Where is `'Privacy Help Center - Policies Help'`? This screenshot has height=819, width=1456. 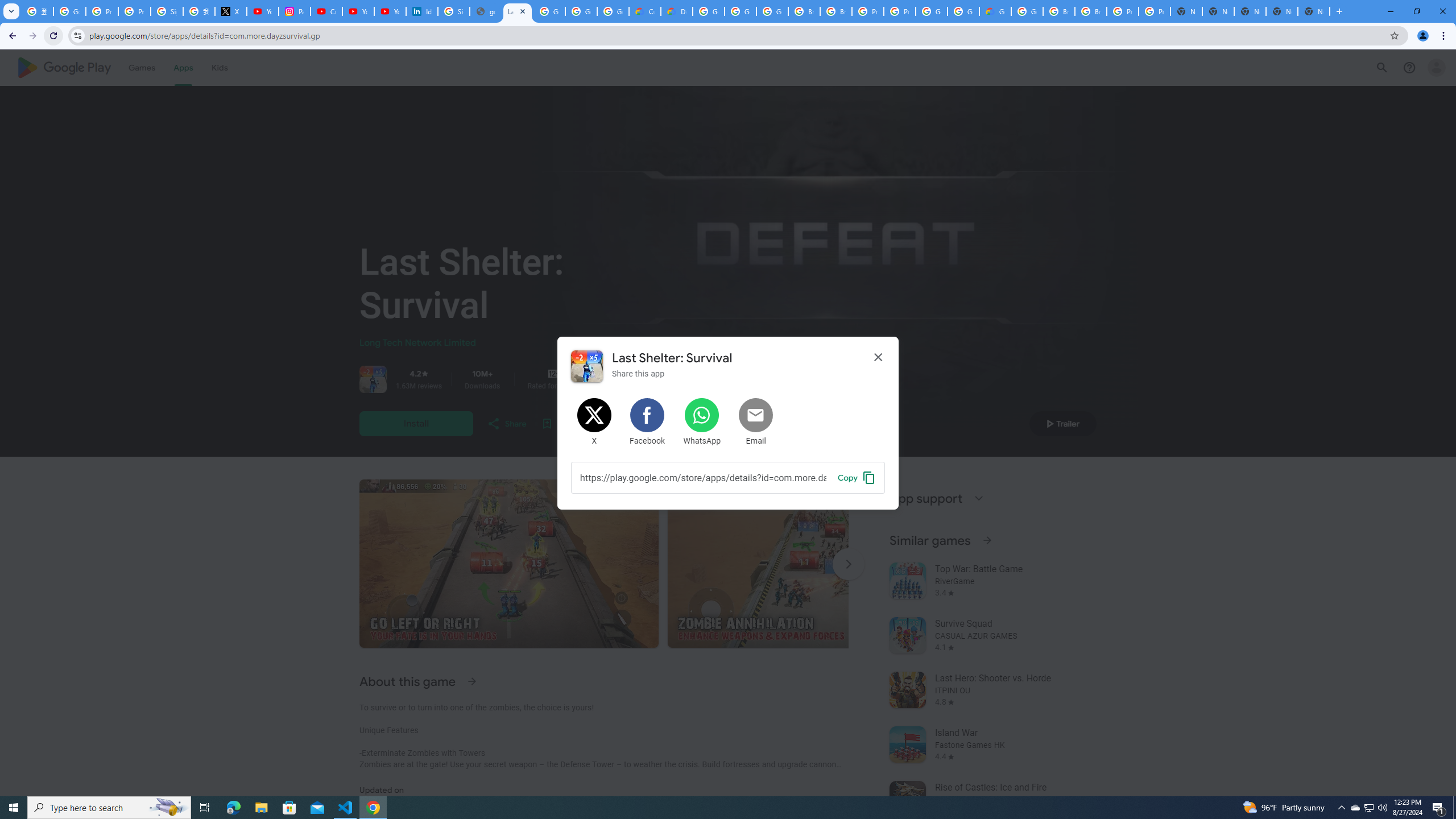
'Privacy Help Center - Policies Help' is located at coordinates (134, 11).